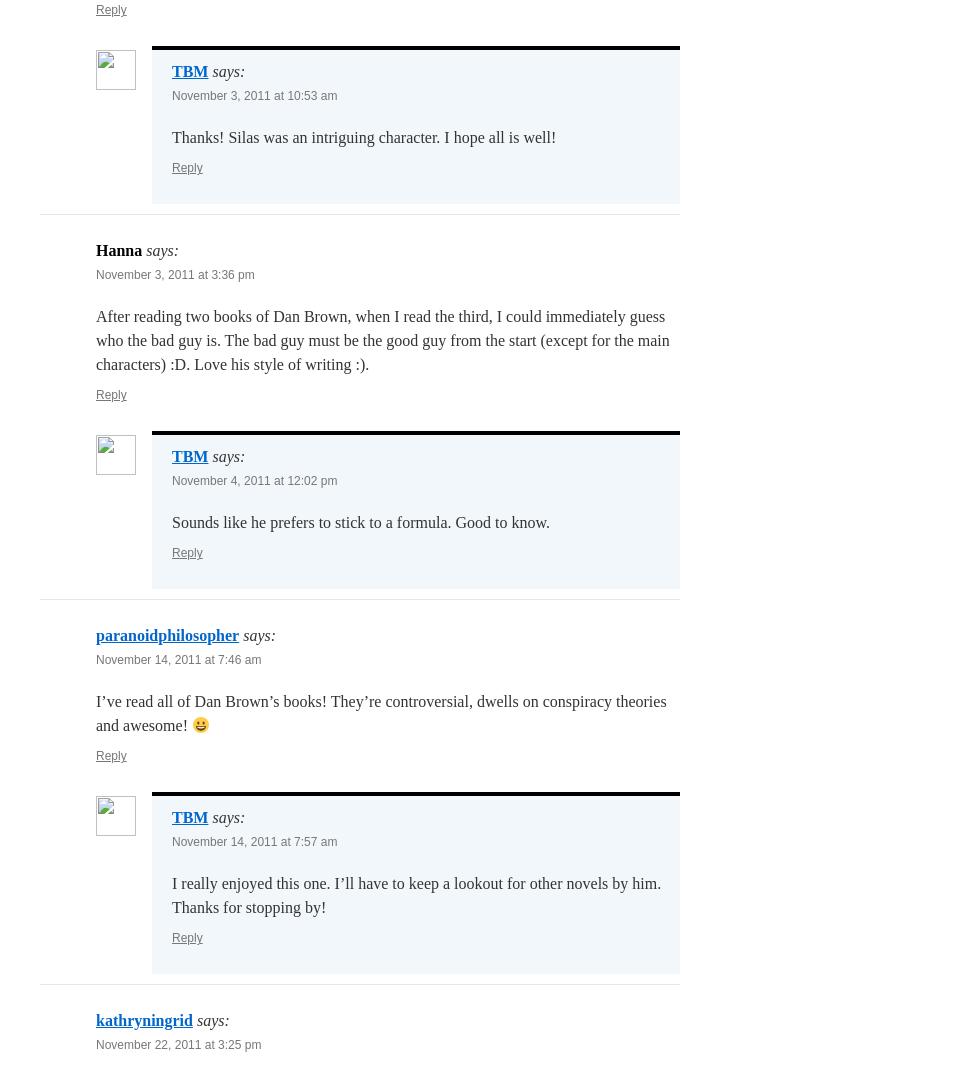 The width and height of the screenshot is (980, 1065). Describe the element at coordinates (254, 479) in the screenshot. I see `'November 4, 2011 at 12:02 pm'` at that location.